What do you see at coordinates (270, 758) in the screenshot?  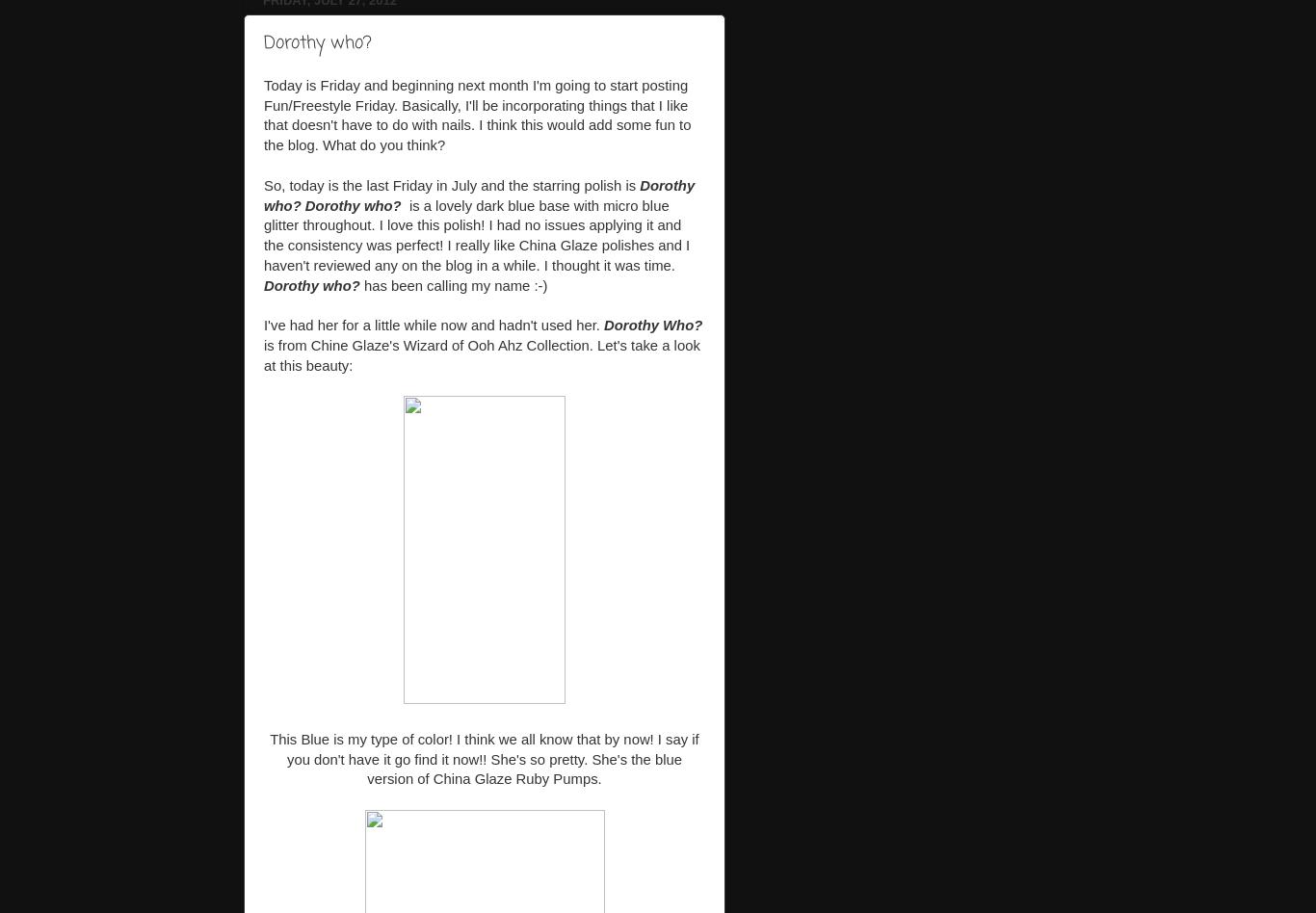 I see `'This Blue is my type of color! I think we all know that by now! I say if you don't have it go find it now!! She's so pretty. She's the blue version of China Glaze Ruby Pumps.'` at bounding box center [270, 758].